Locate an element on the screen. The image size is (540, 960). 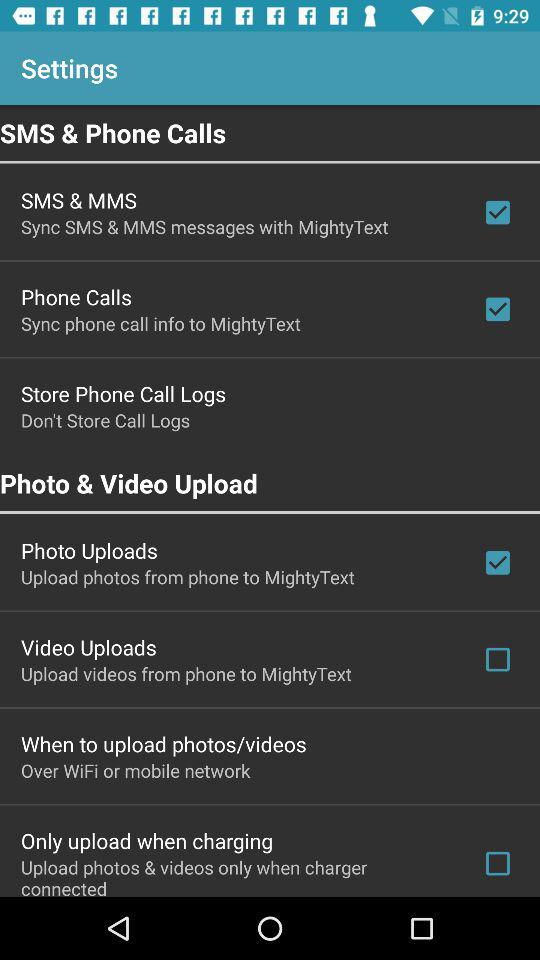
photo & video upload item is located at coordinates (270, 482).